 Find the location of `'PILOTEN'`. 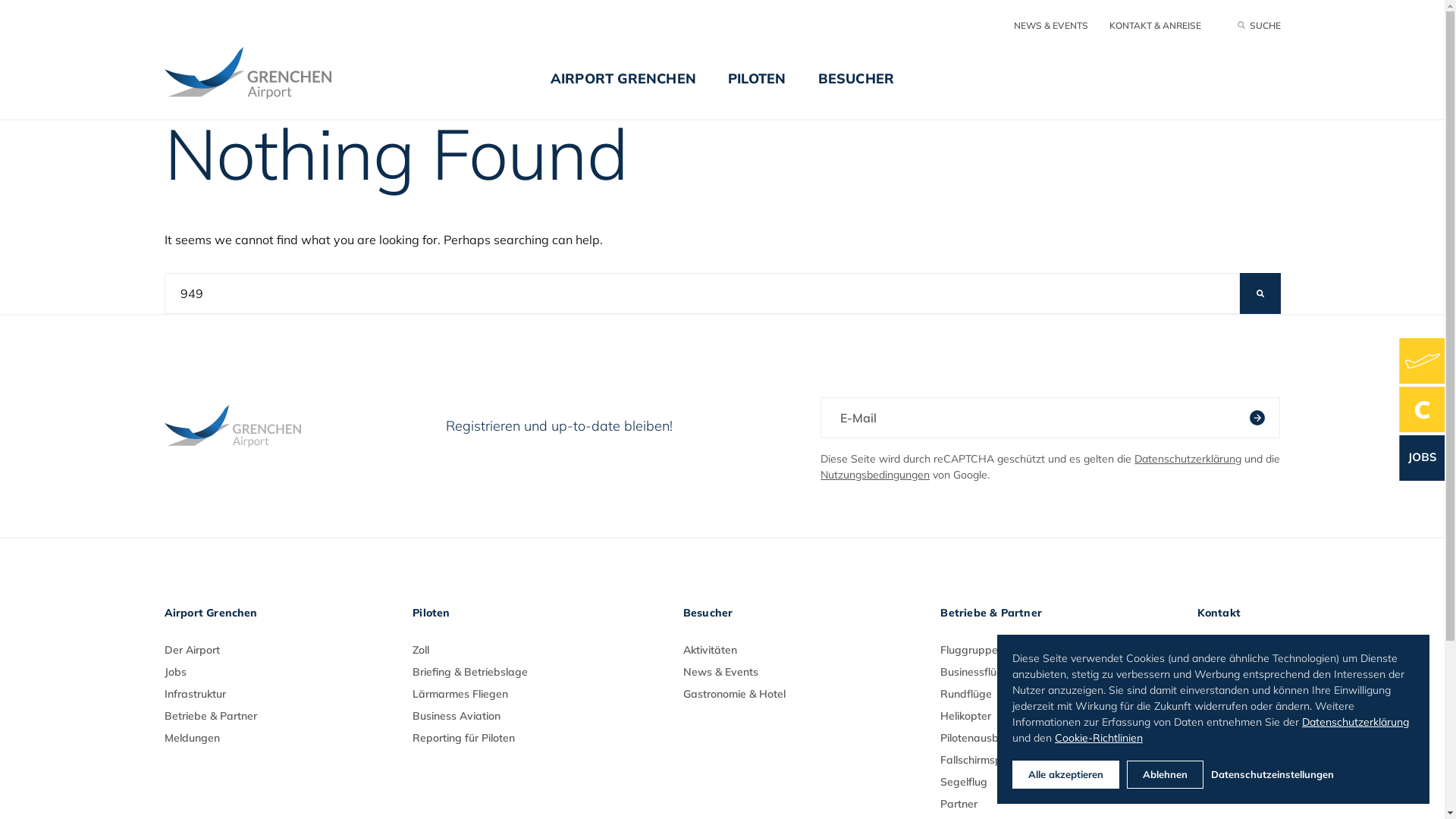

'PILOTEN' is located at coordinates (711, 89).